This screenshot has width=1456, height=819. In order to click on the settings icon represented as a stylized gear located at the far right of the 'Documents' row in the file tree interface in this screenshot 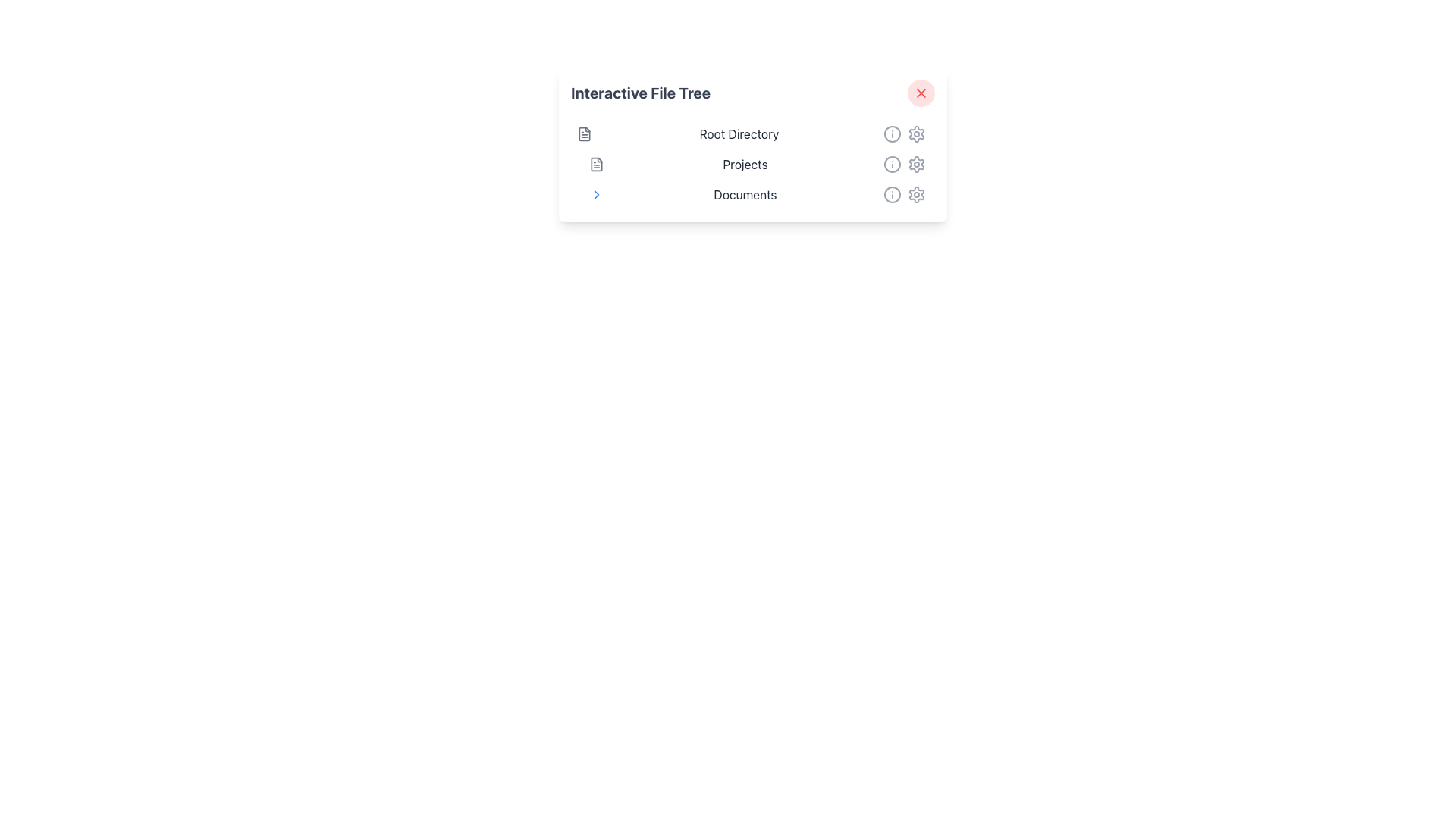, I will do `click(916, 194)`.